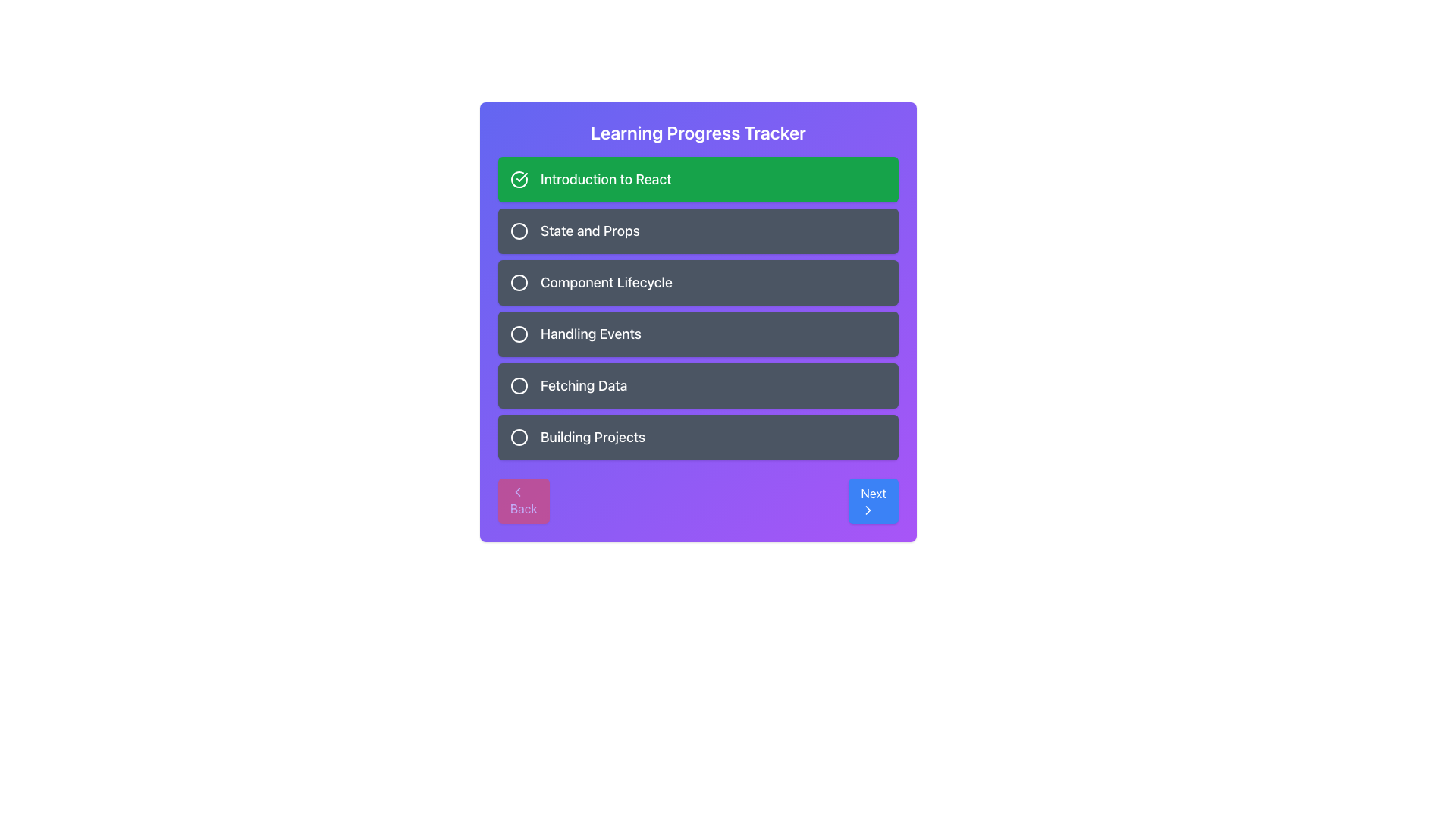  I want to click on text content of the 'Component Lifecycle' label, which is styled in white color and located in the third position of a vertical list of progress steps, so click(605, 283).